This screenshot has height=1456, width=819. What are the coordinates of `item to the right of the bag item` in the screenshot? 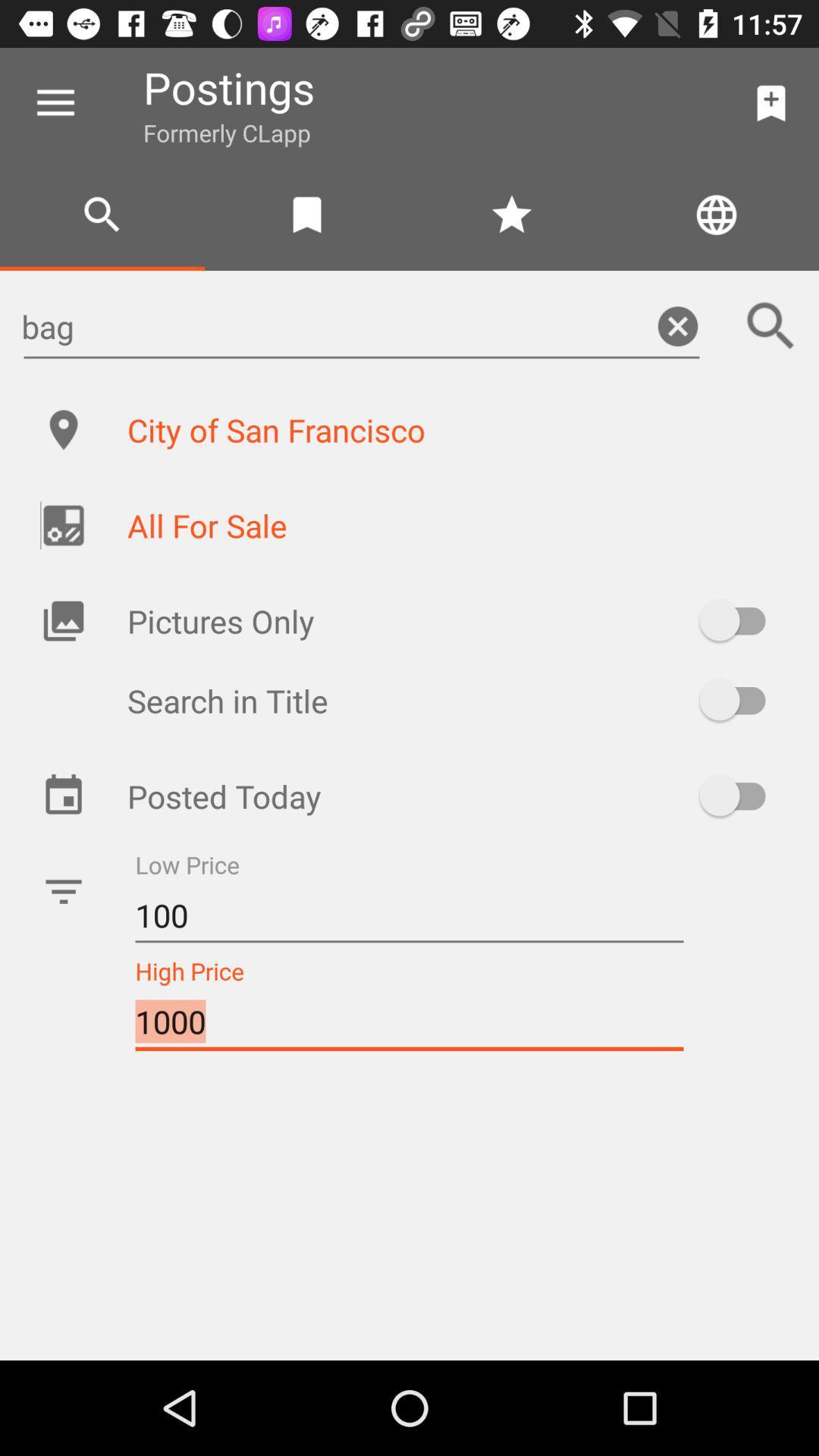 It's located at (771, 325).